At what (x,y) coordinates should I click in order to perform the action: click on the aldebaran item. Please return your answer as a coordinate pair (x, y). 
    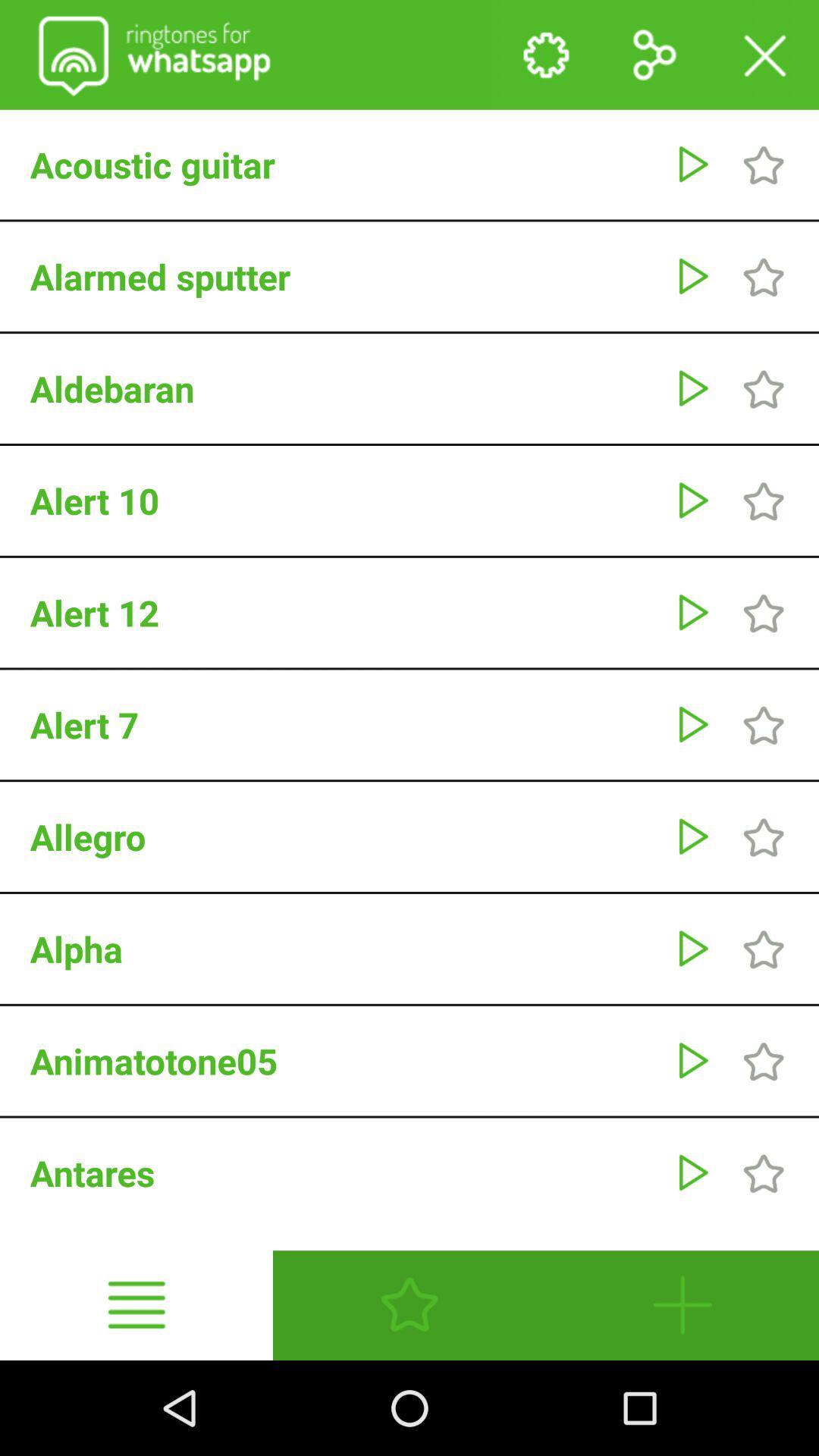
    Looking at the image, I should click on (344, 388).